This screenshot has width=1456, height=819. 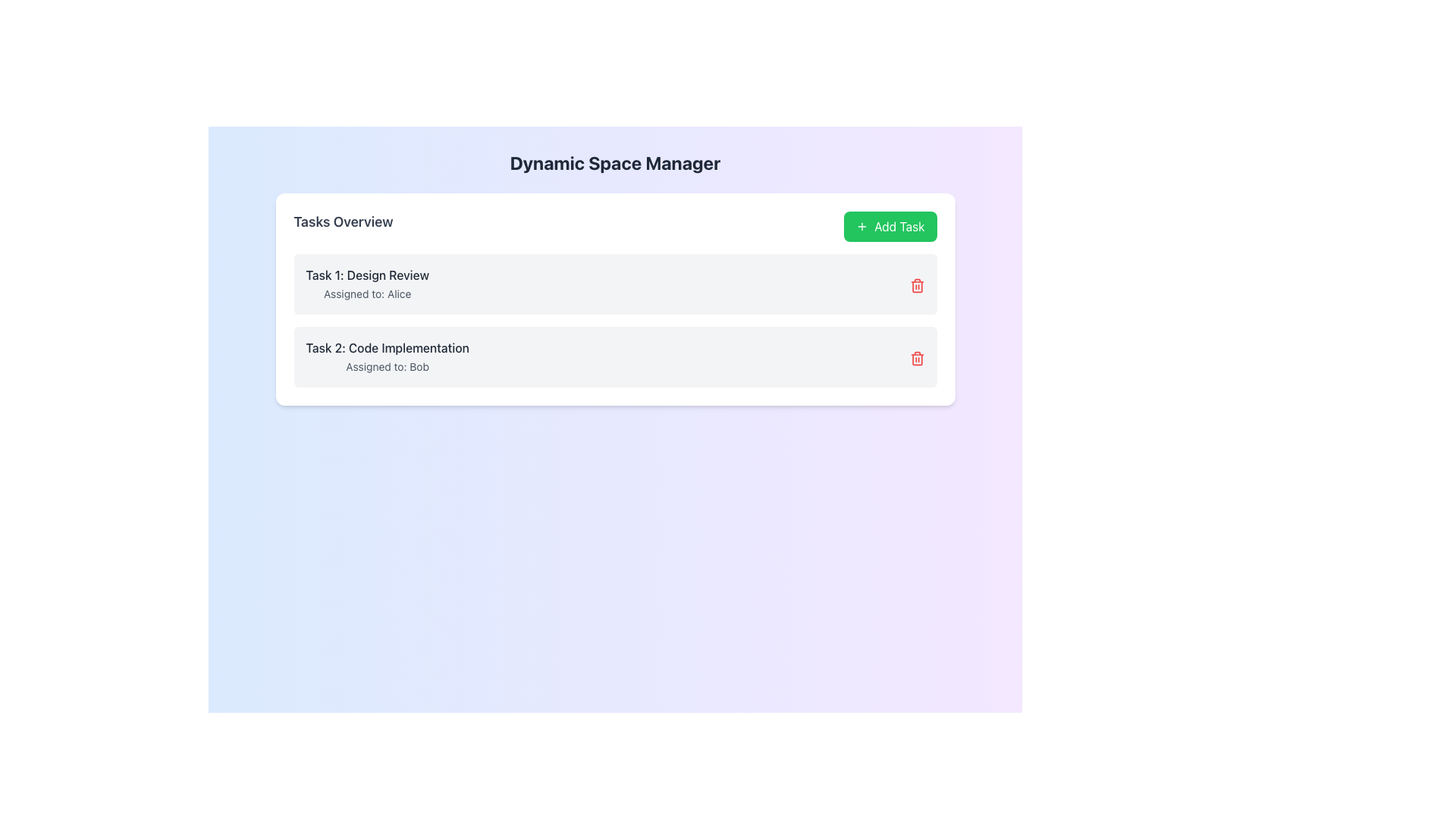 What do you see at coordinates (615, 320) in the screenshot?
I see `a task in the List of Items located in the 'Tasks Overview' section of the application interface for more options` at bounding box center [615, 320].